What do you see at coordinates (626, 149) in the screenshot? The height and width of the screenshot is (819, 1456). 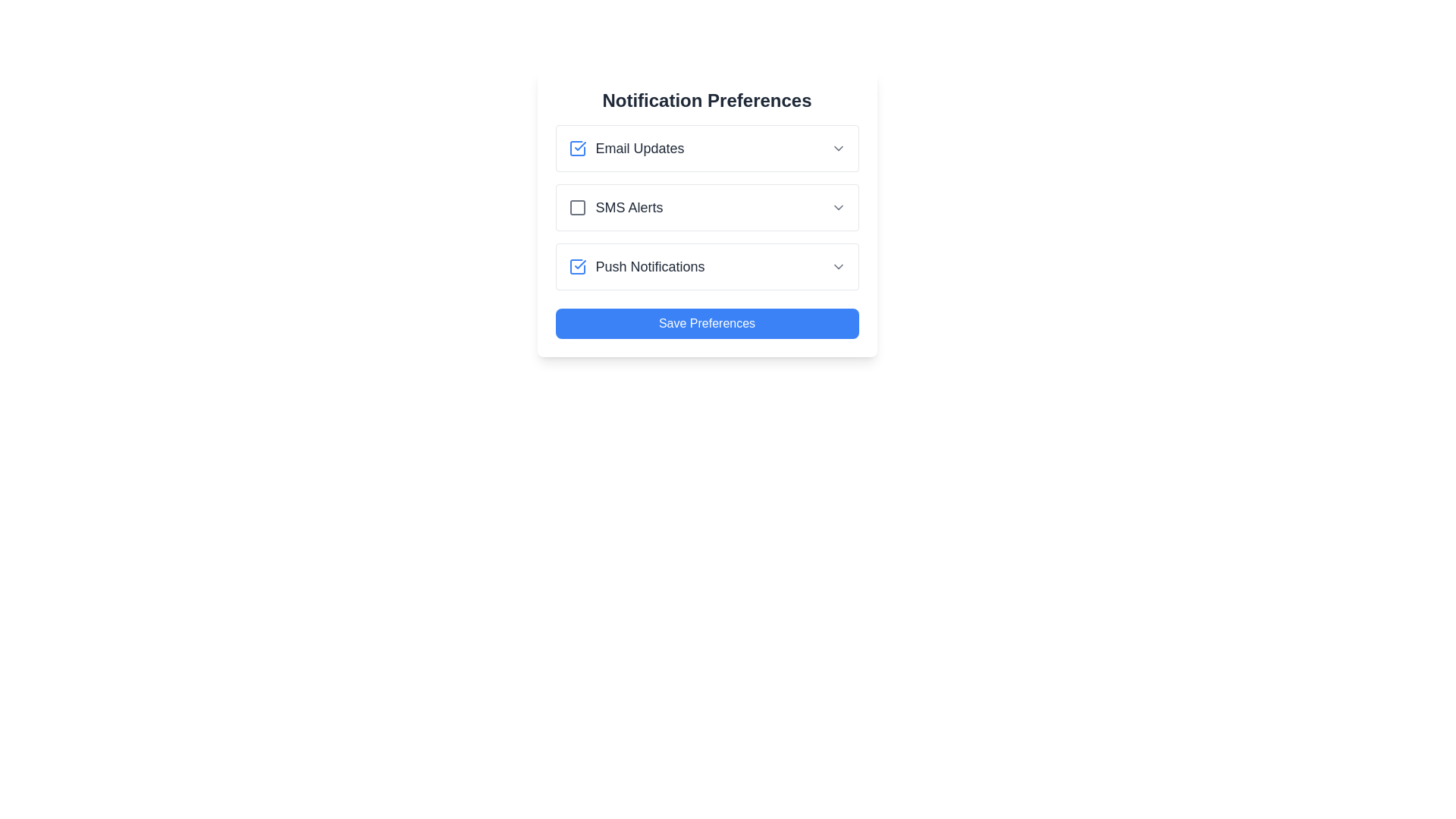 I see `the checkbox labeled 'Email Updates'` at bounding box center [626, 149].